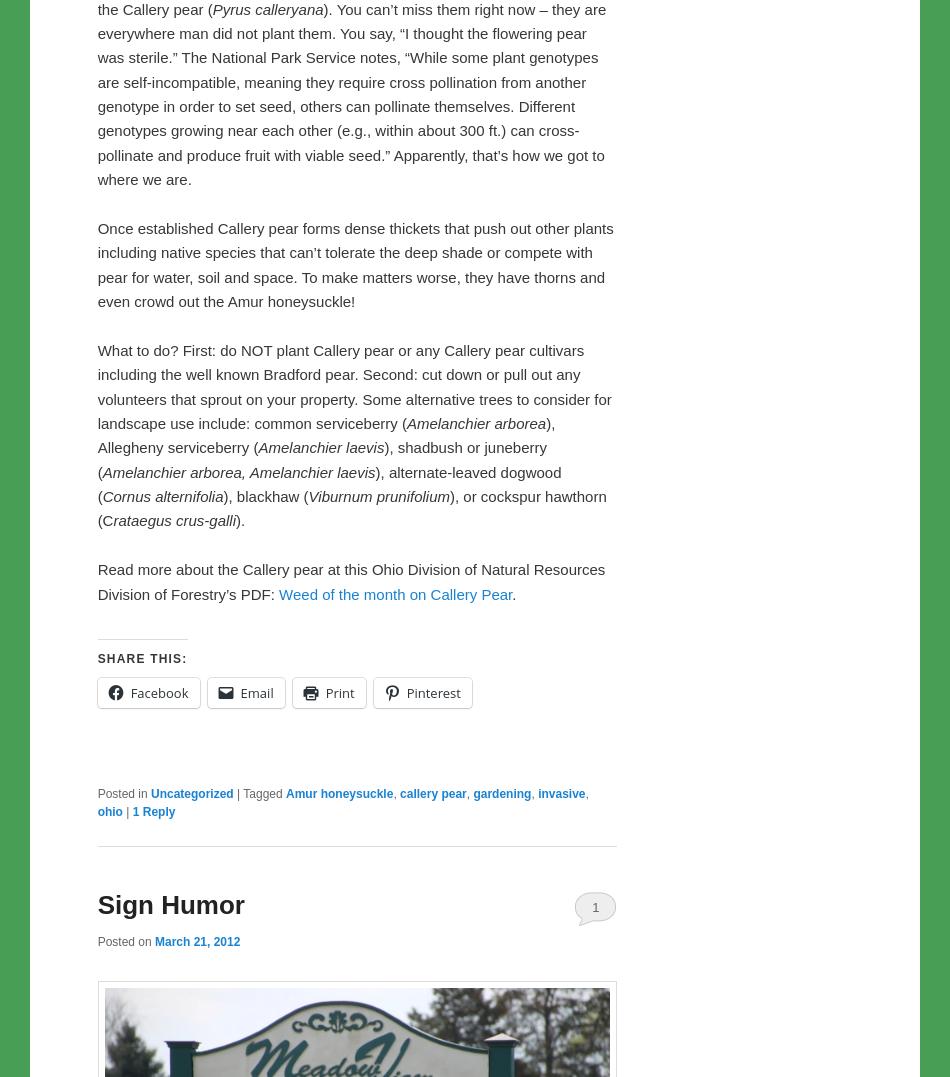  Describe the element at coordinates (162, 496) in the screenshot. I see `'Cornus alternifolia'` at that location.